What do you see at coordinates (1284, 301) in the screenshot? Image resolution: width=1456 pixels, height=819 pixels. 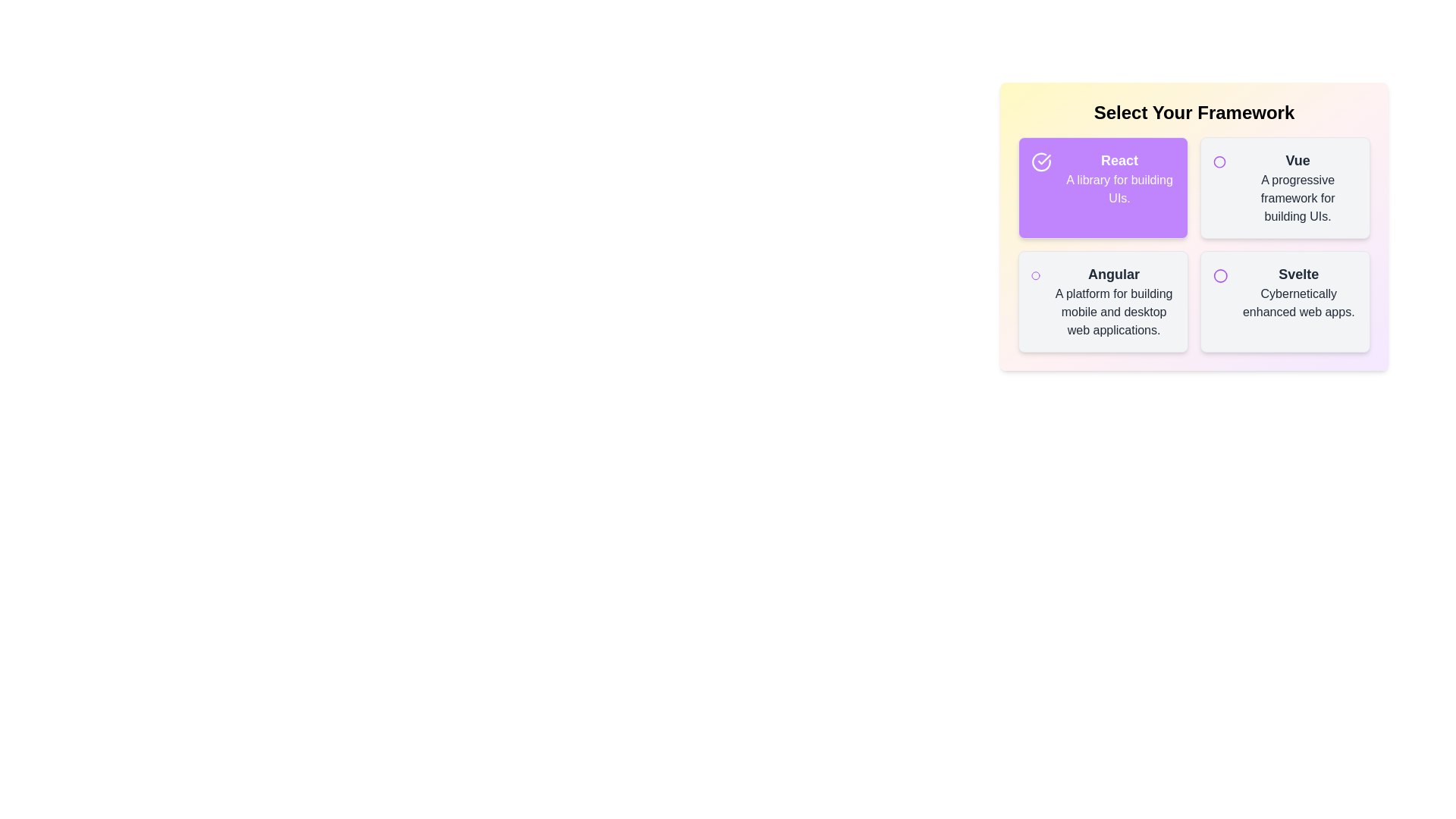 I see `the item labeled Svelte to toggle its selection state` at bounding box center [1284, 301].